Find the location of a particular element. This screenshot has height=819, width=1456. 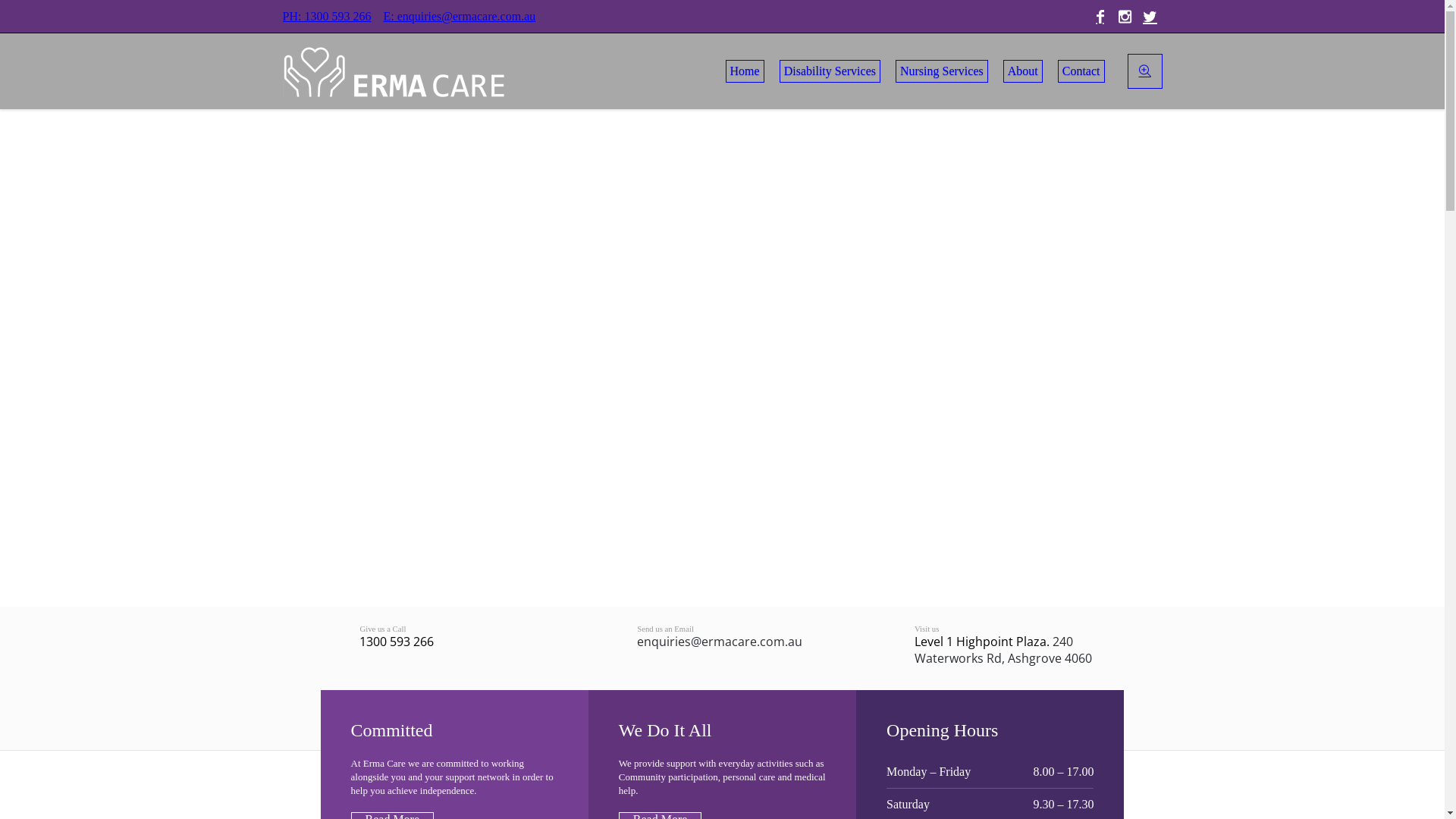

'Facebook' is located at coordinates (1099, 17).